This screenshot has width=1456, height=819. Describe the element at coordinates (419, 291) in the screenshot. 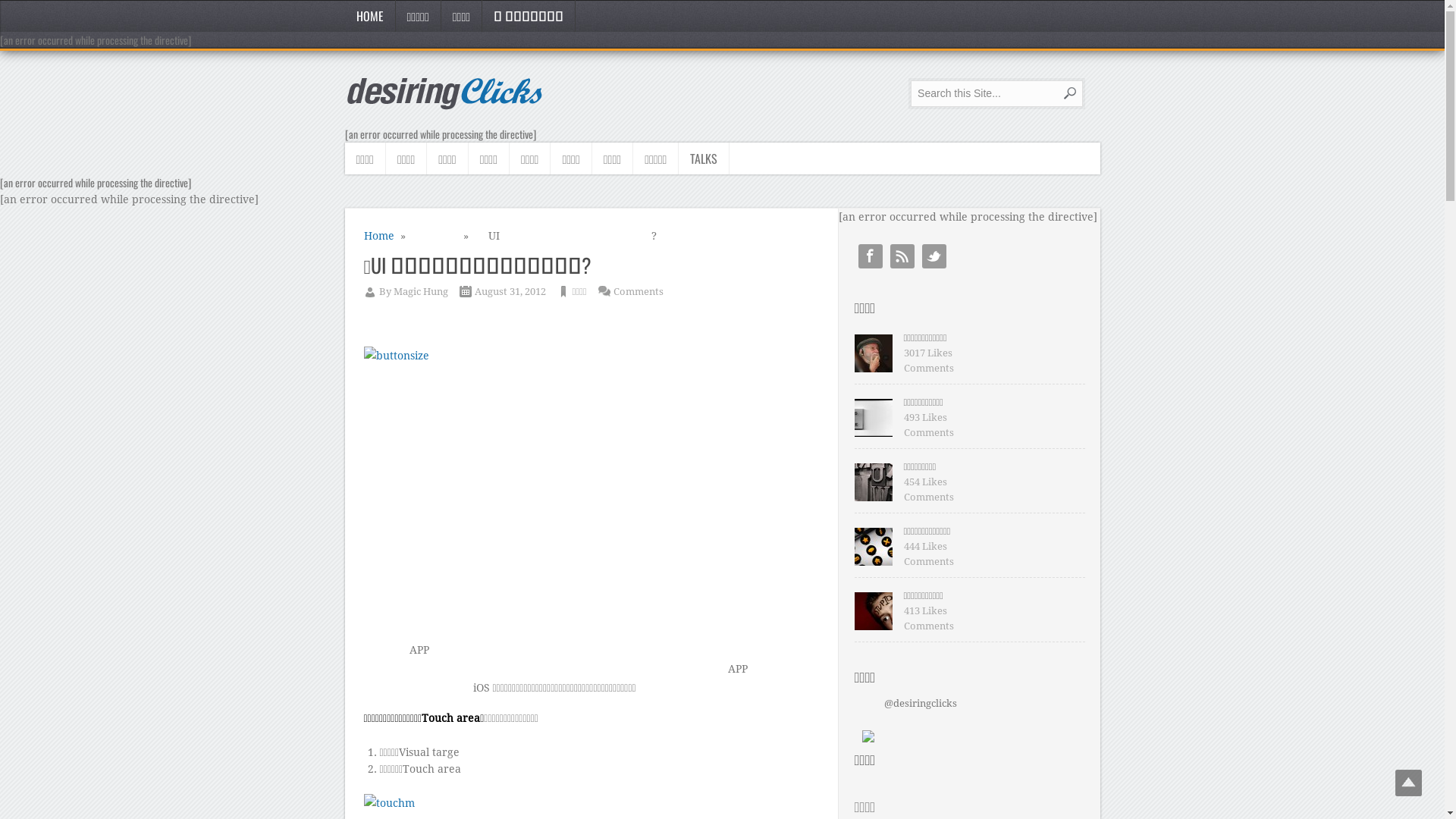

I see `'Magic Hung'` at that location.